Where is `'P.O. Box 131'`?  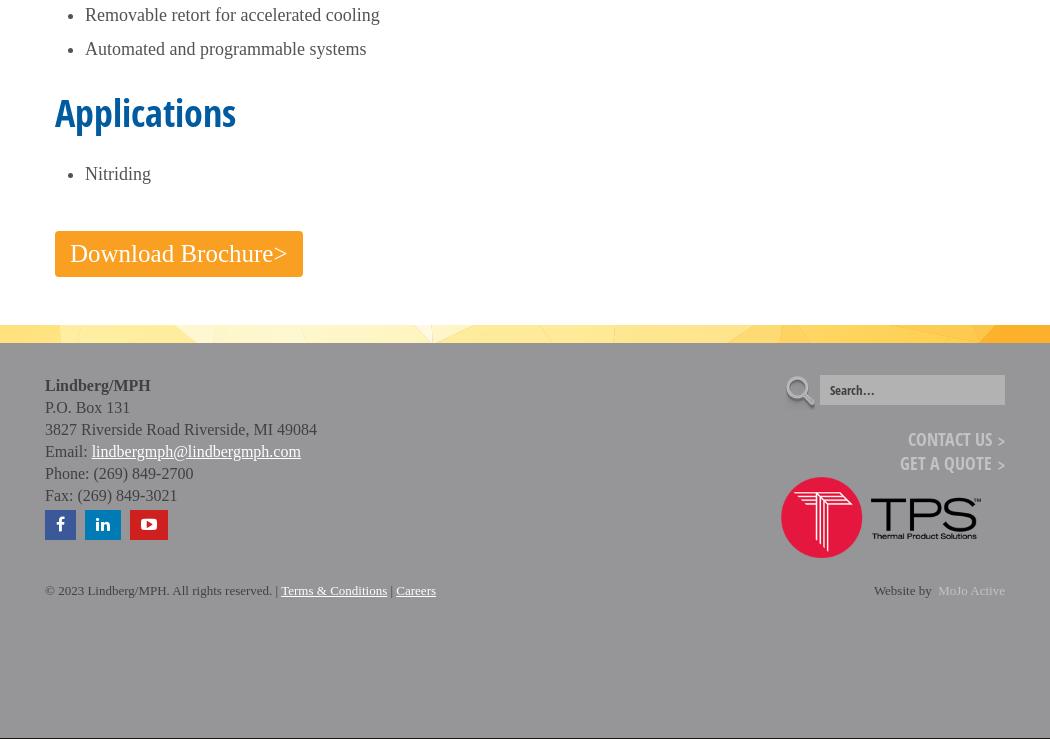
'P.O. Box 131' is located at coordinates (87, 406).